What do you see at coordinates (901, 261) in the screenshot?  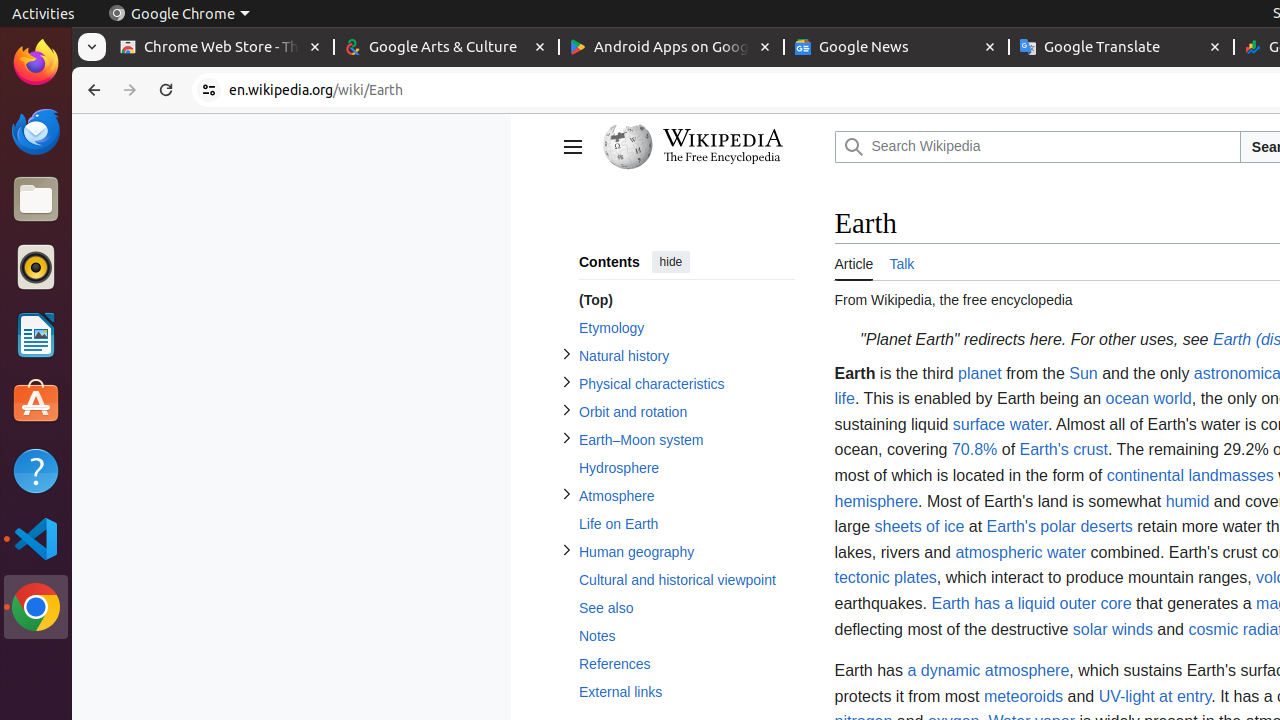 I see `'Talk'` at bounding box center [901, 261].